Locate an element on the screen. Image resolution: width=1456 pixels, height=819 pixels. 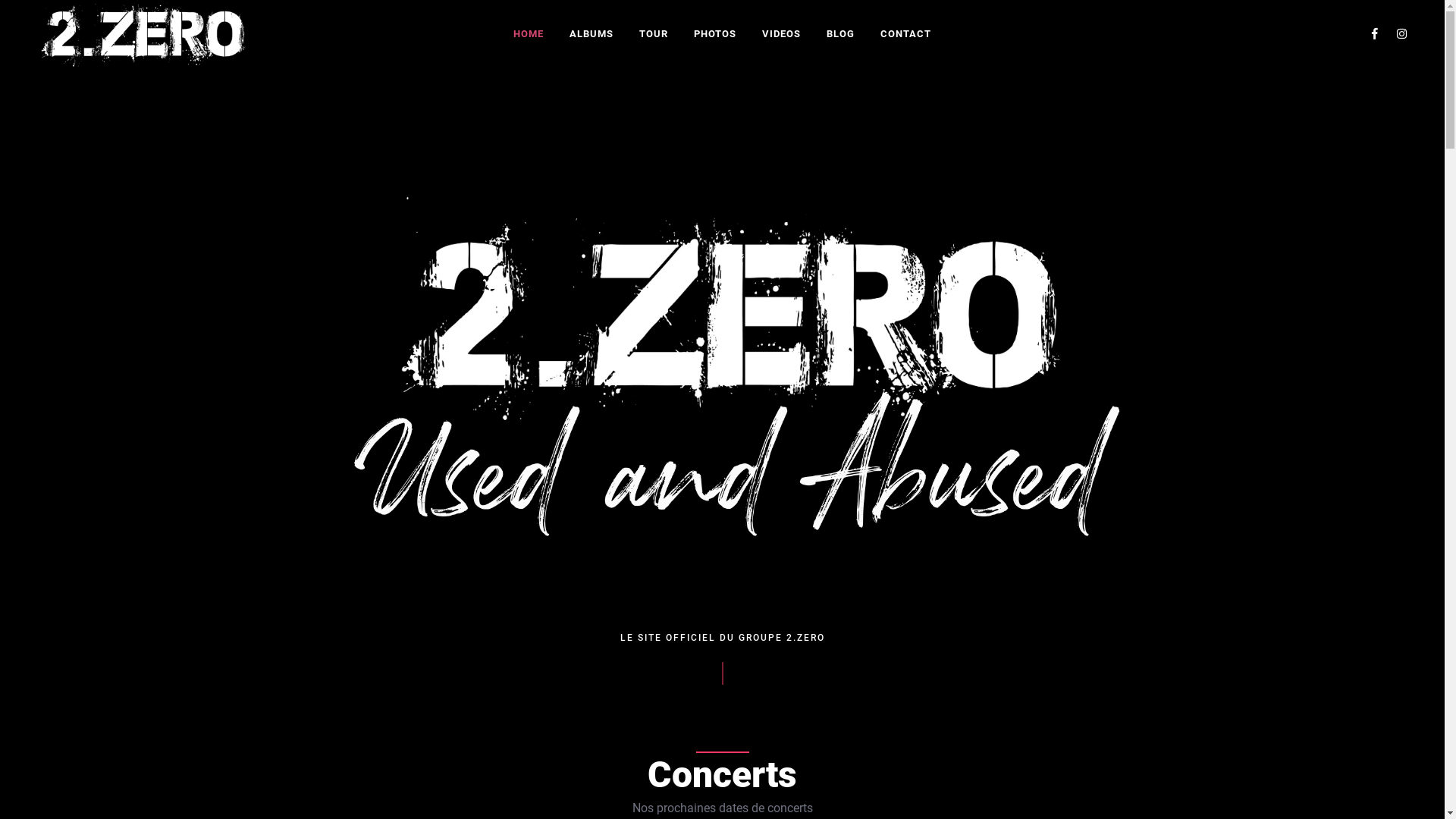
'PHOTOS' is located at coordinates (682, 33).